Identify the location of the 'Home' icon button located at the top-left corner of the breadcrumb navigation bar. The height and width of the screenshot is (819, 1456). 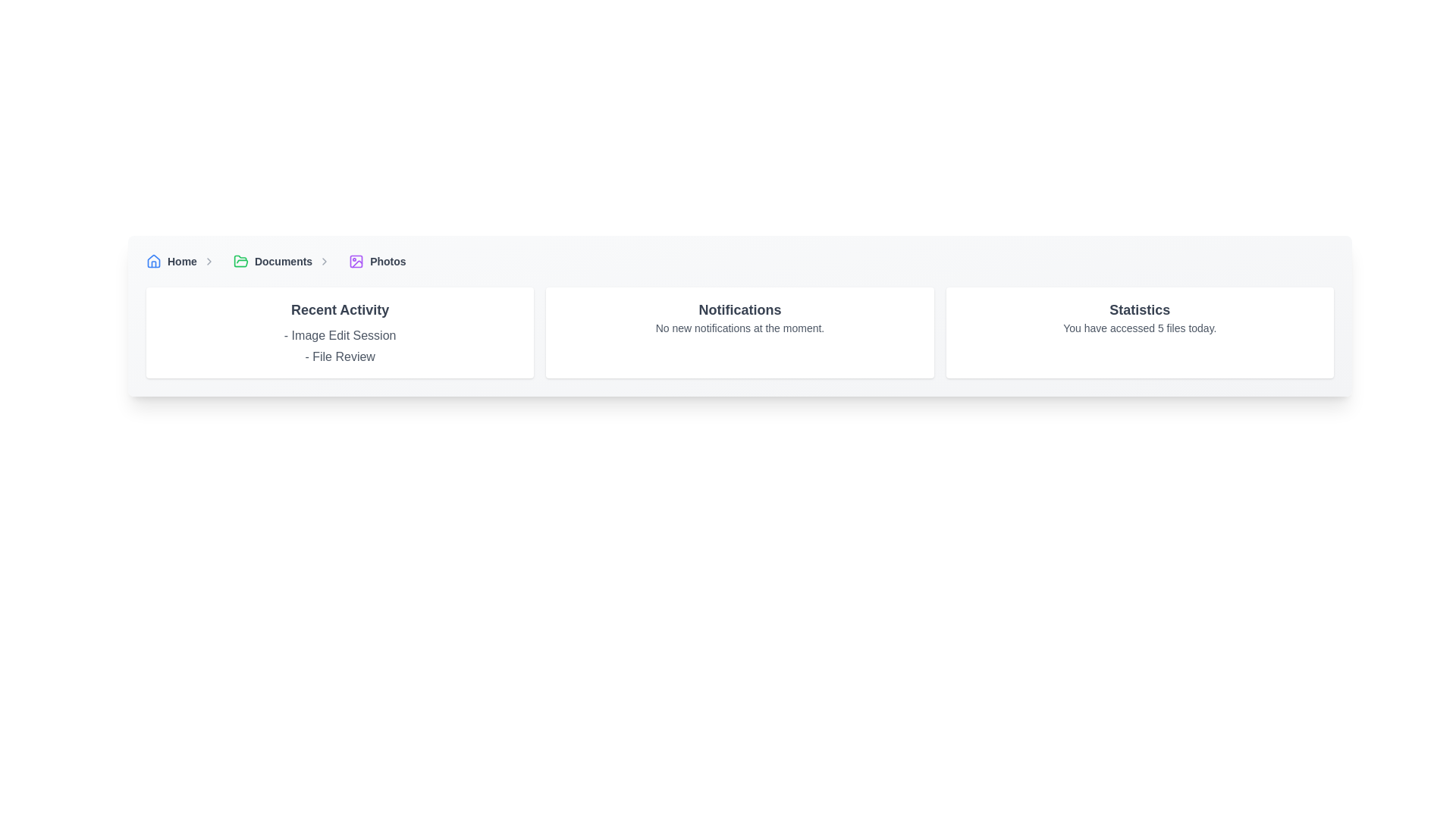
(153, 260).